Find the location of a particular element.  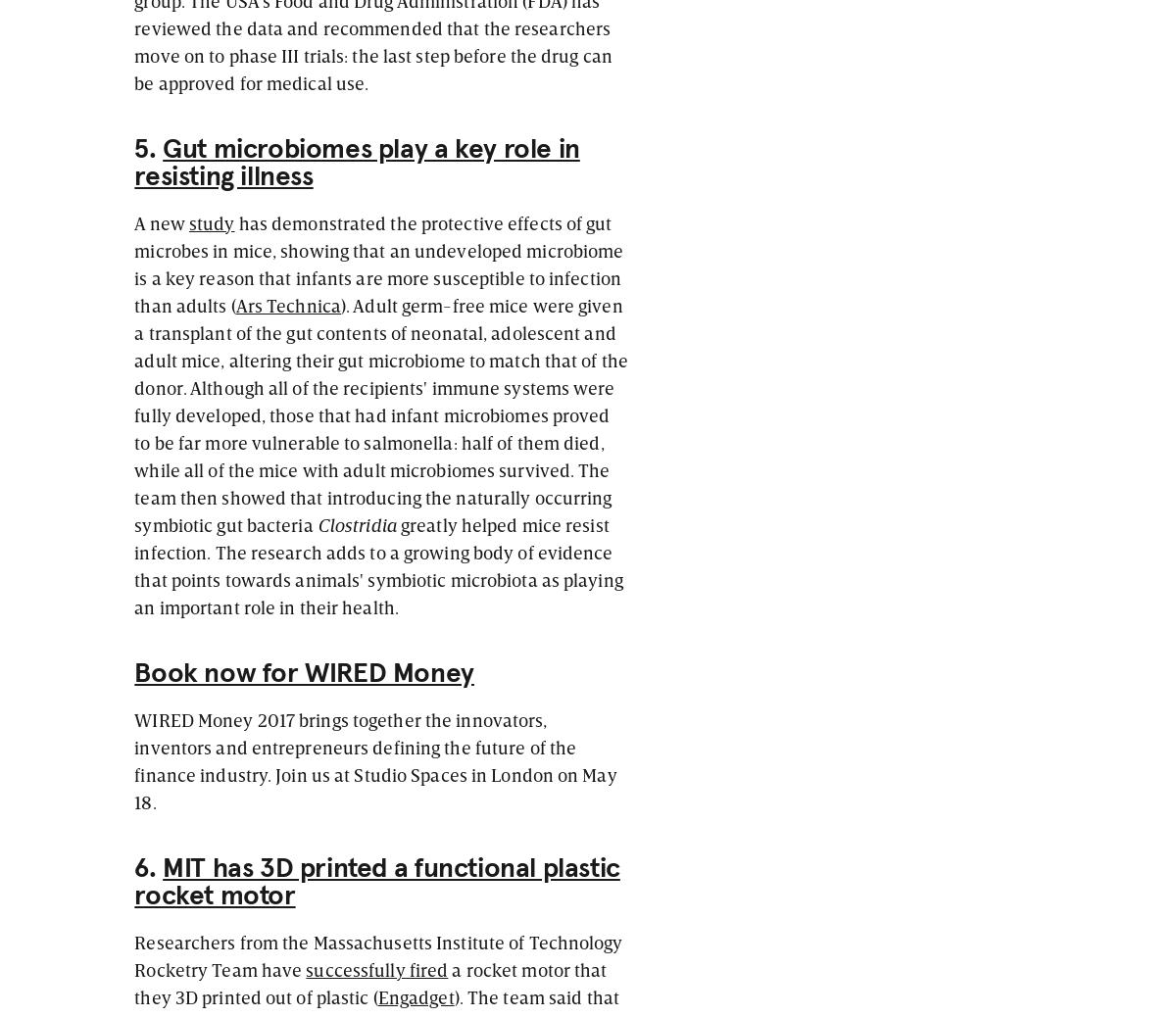

'Clostridia' is located at coordinates (356, 522).